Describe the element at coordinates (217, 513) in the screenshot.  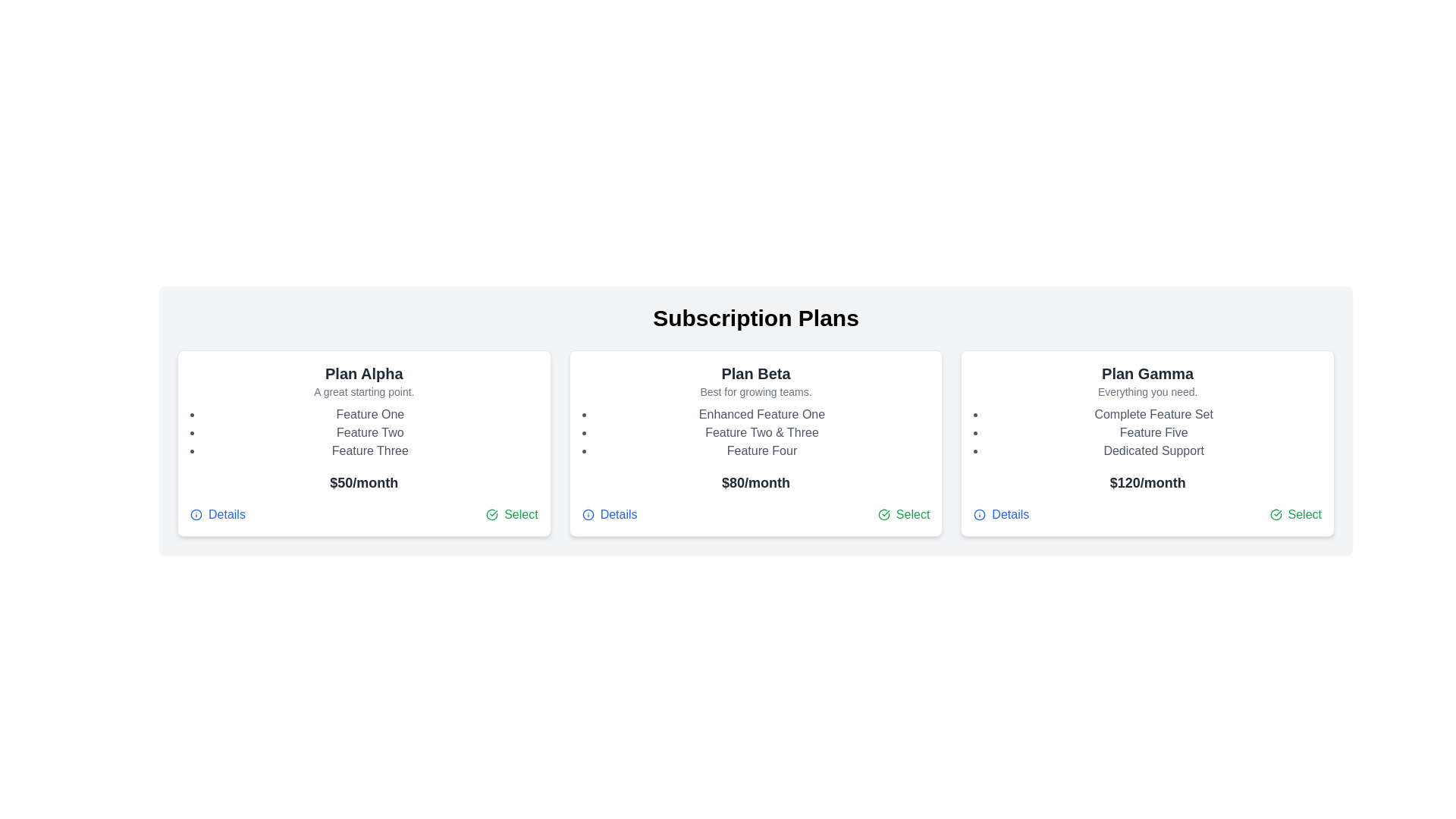
I see `the blue text link labeled 'Details' located in the bottom-left corner of the 'Plan Alpha' subscription card` at that location.